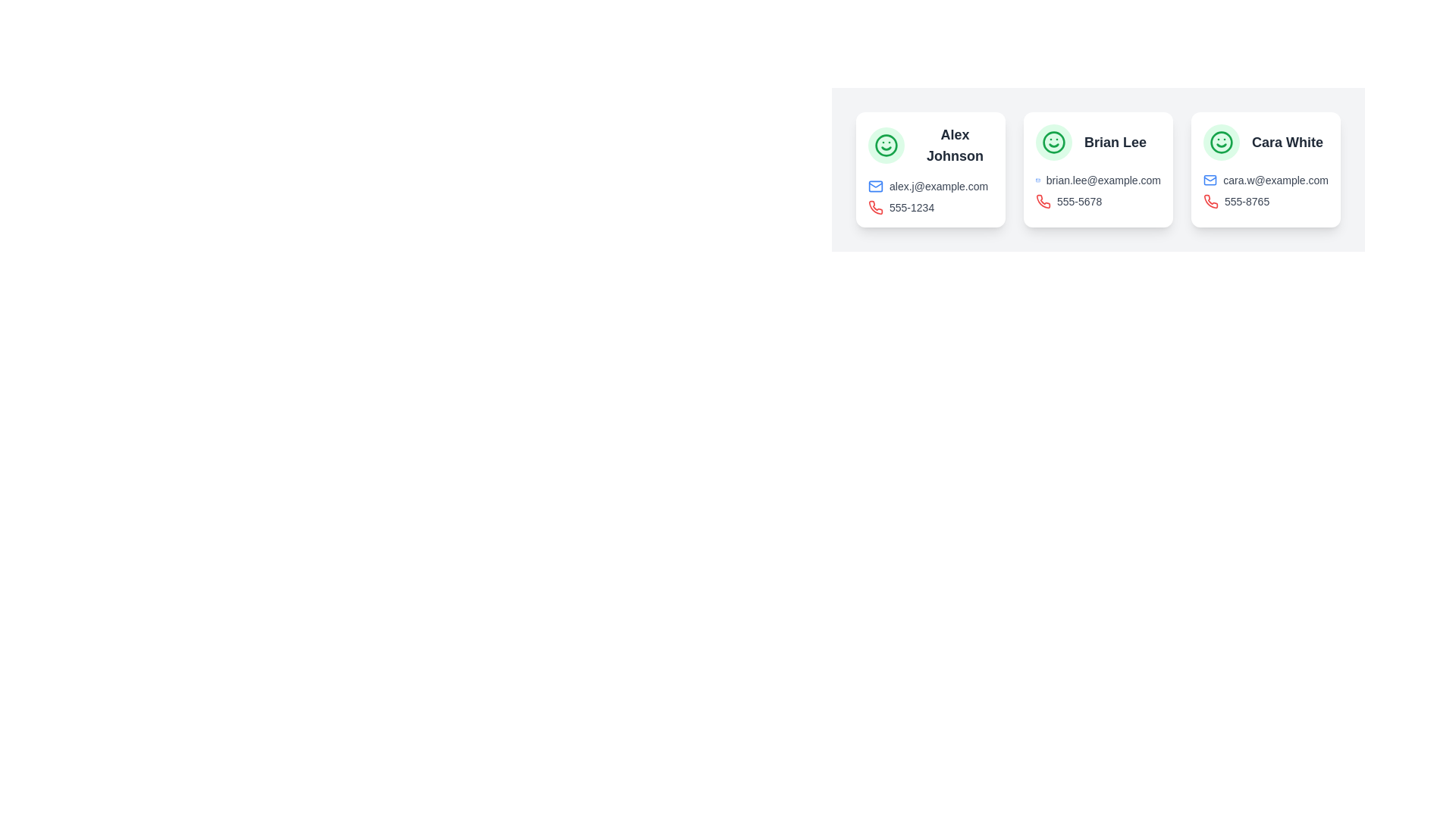  Describe the element at coordinates (1210, 180) in the screenshot. I see `the small, blue-colored mail icon styled as an outline located next to the email address 'cara.w@example.com' under the label 'Cara White'` at that location.